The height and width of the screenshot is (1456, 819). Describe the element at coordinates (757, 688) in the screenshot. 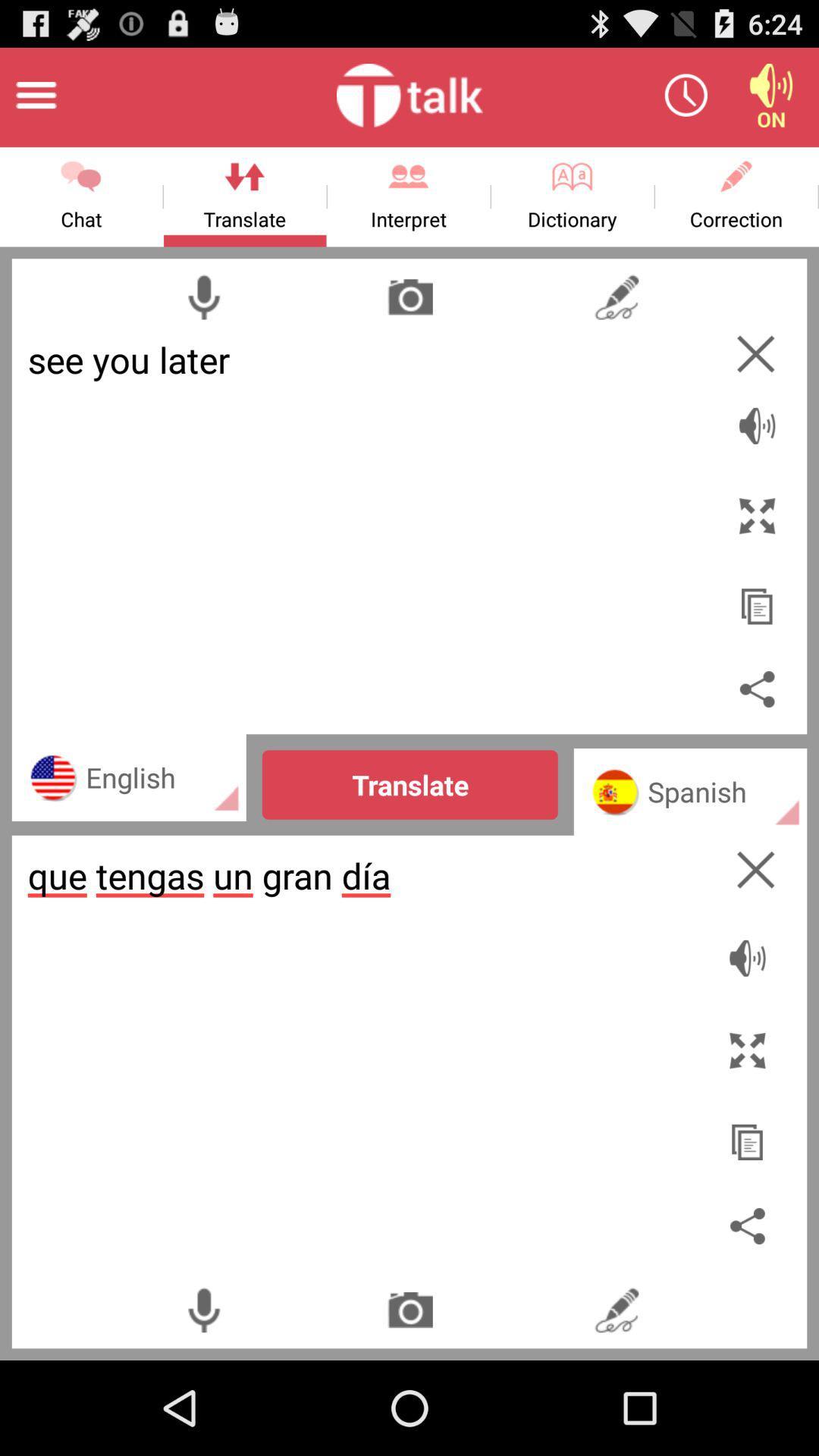

I see `share this translation` at that location.